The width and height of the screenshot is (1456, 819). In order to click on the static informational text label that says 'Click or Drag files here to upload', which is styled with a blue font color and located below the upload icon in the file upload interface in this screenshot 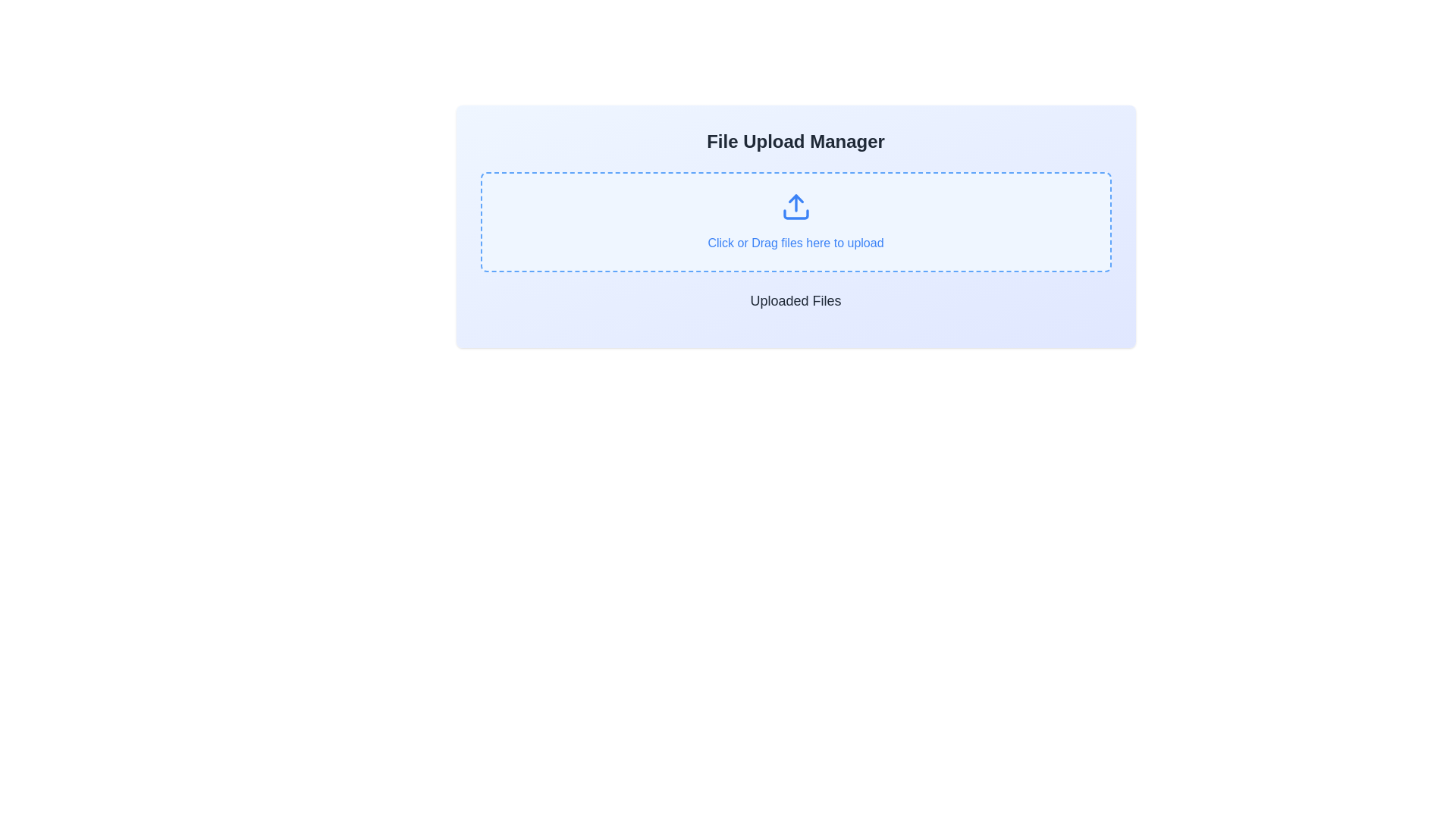, I will do `click(795, 242)`.